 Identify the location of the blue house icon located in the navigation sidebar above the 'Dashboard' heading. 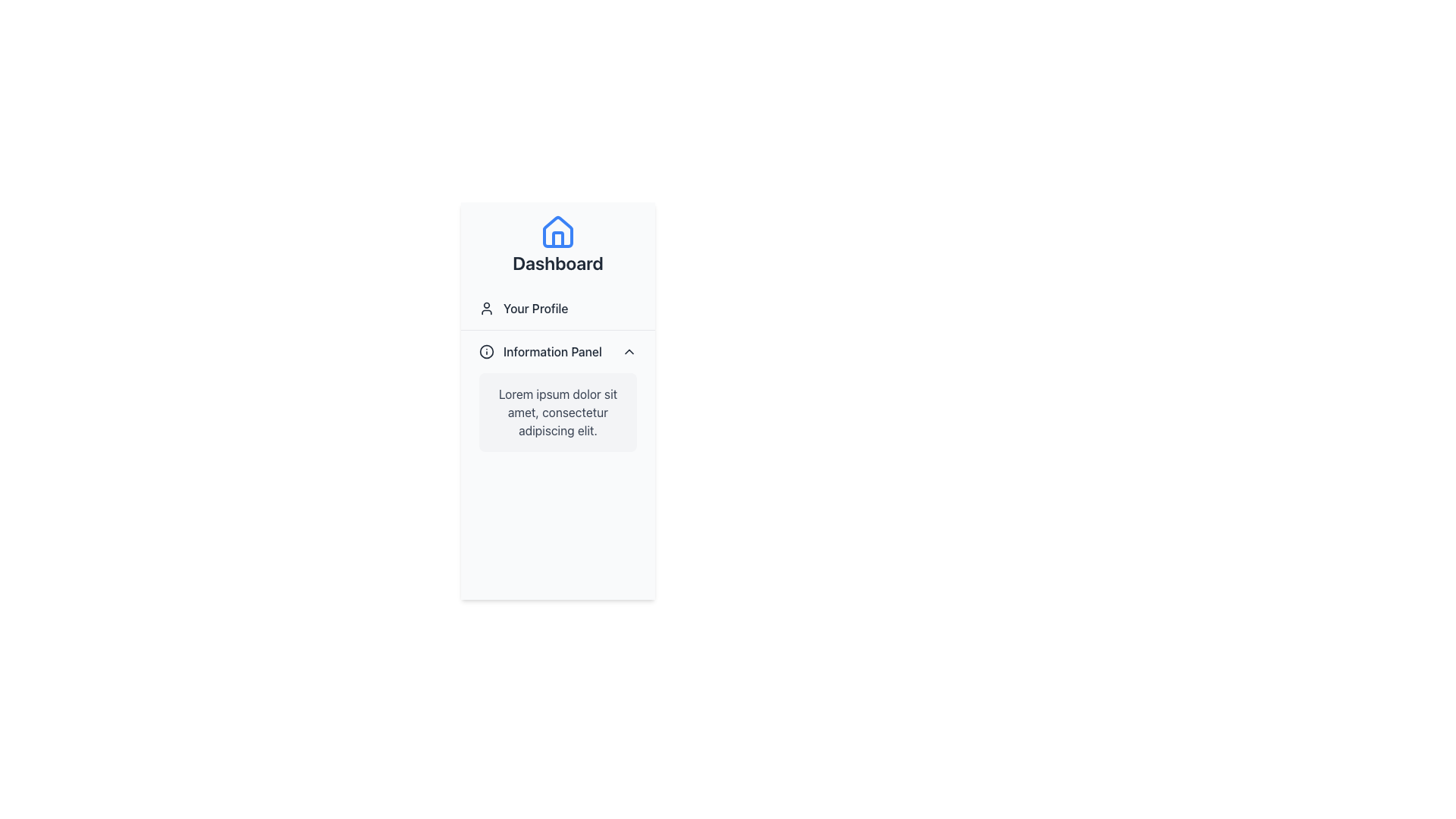
(557, 231).